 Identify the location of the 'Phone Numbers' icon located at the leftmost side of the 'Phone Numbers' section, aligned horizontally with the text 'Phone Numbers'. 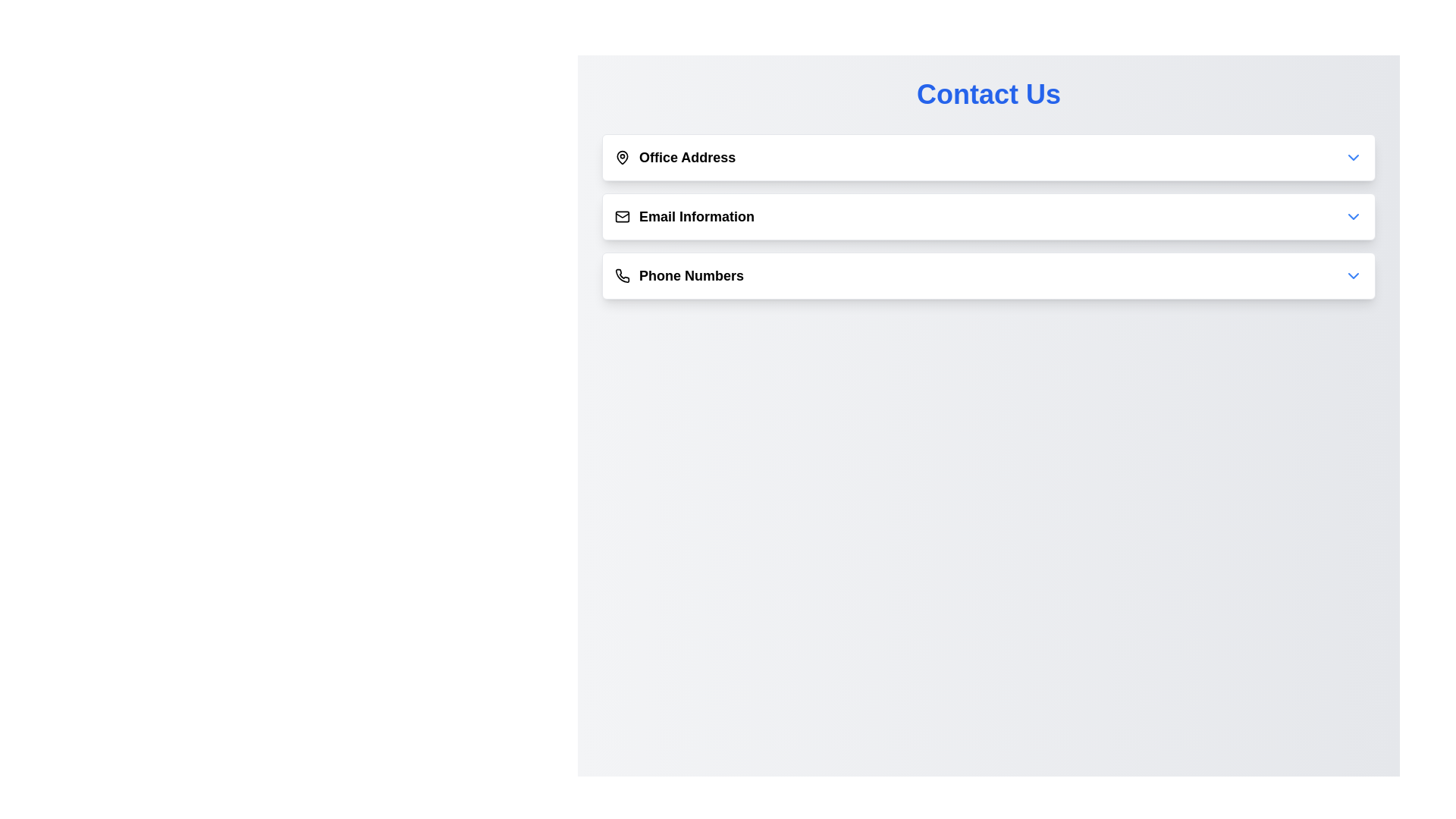
(622, 275).